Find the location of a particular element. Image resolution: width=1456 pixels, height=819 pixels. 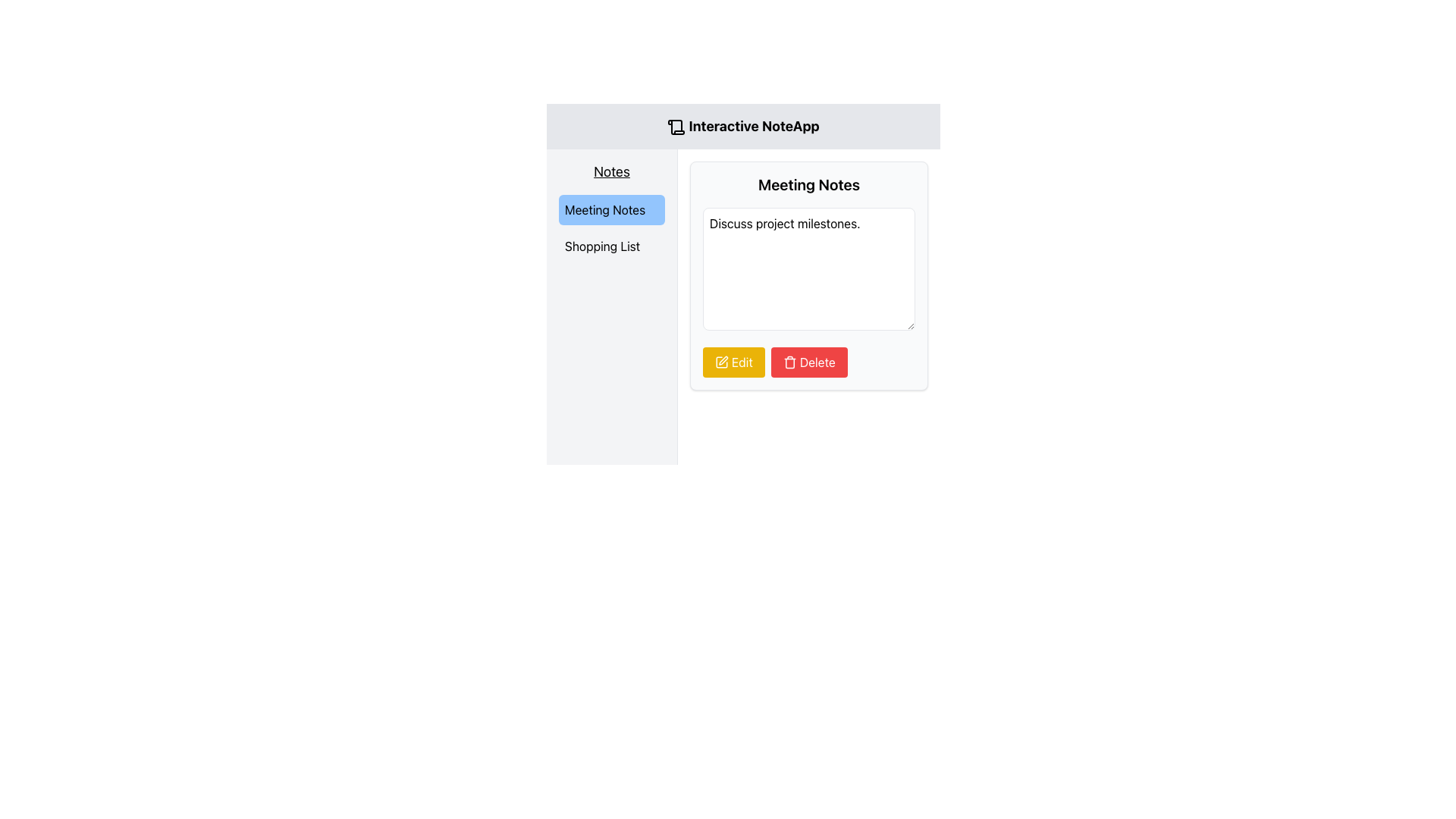

the yellow 'Edit' button located in the right-side panel under 'Meeting Notes' is located at coordinates (720, 362).